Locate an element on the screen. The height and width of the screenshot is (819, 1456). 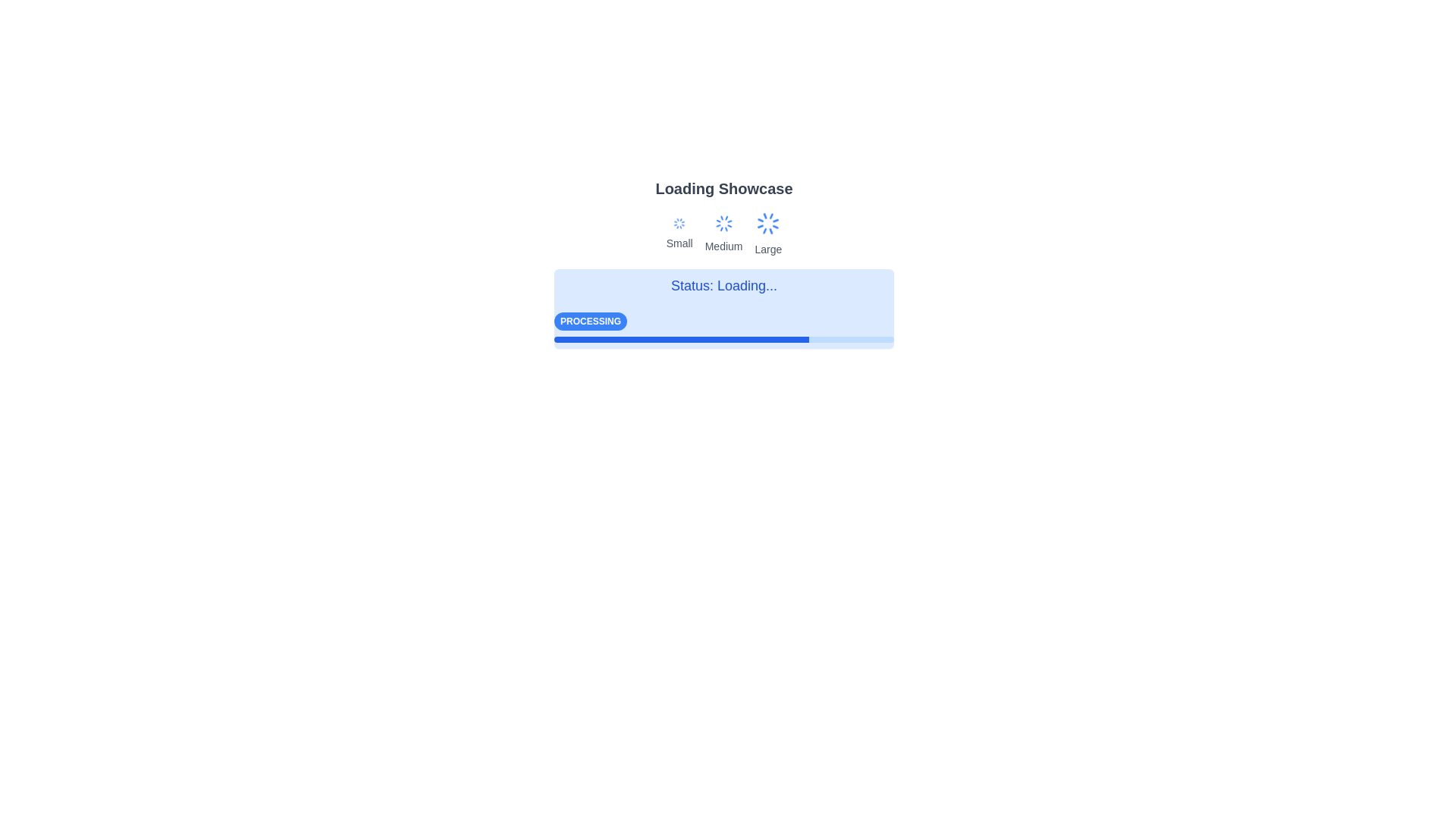
the Loading spinner icon, which is the leftmost among three loader icons in a horizontal row labeled Small, Medium, and Large, located above the text Small is located at coordinates (679, 223).